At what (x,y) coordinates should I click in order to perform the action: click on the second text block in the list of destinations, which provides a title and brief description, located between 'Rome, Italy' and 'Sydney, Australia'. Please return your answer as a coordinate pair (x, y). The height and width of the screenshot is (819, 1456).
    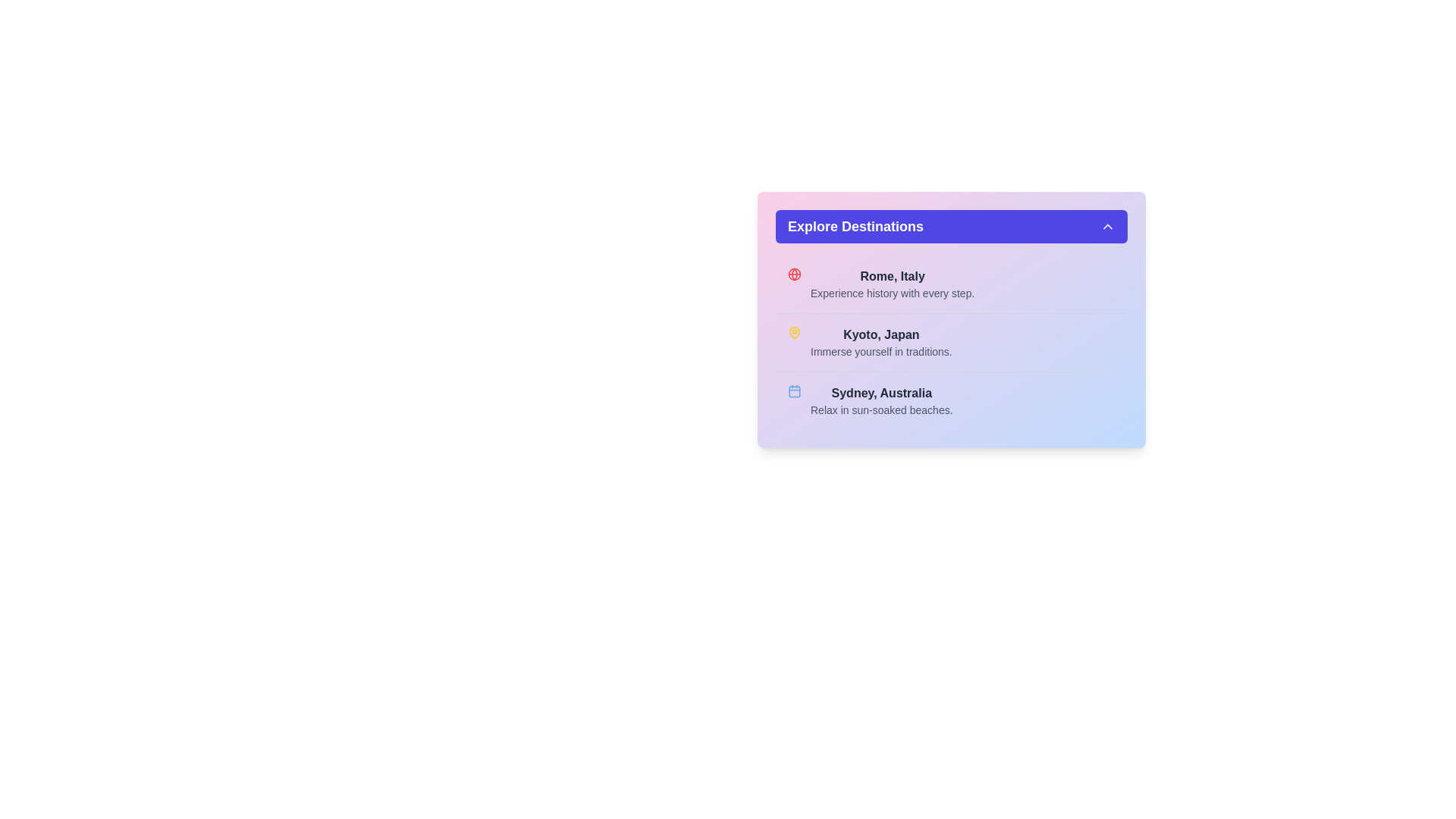
    Looking at the image, I should click on (881, 342).